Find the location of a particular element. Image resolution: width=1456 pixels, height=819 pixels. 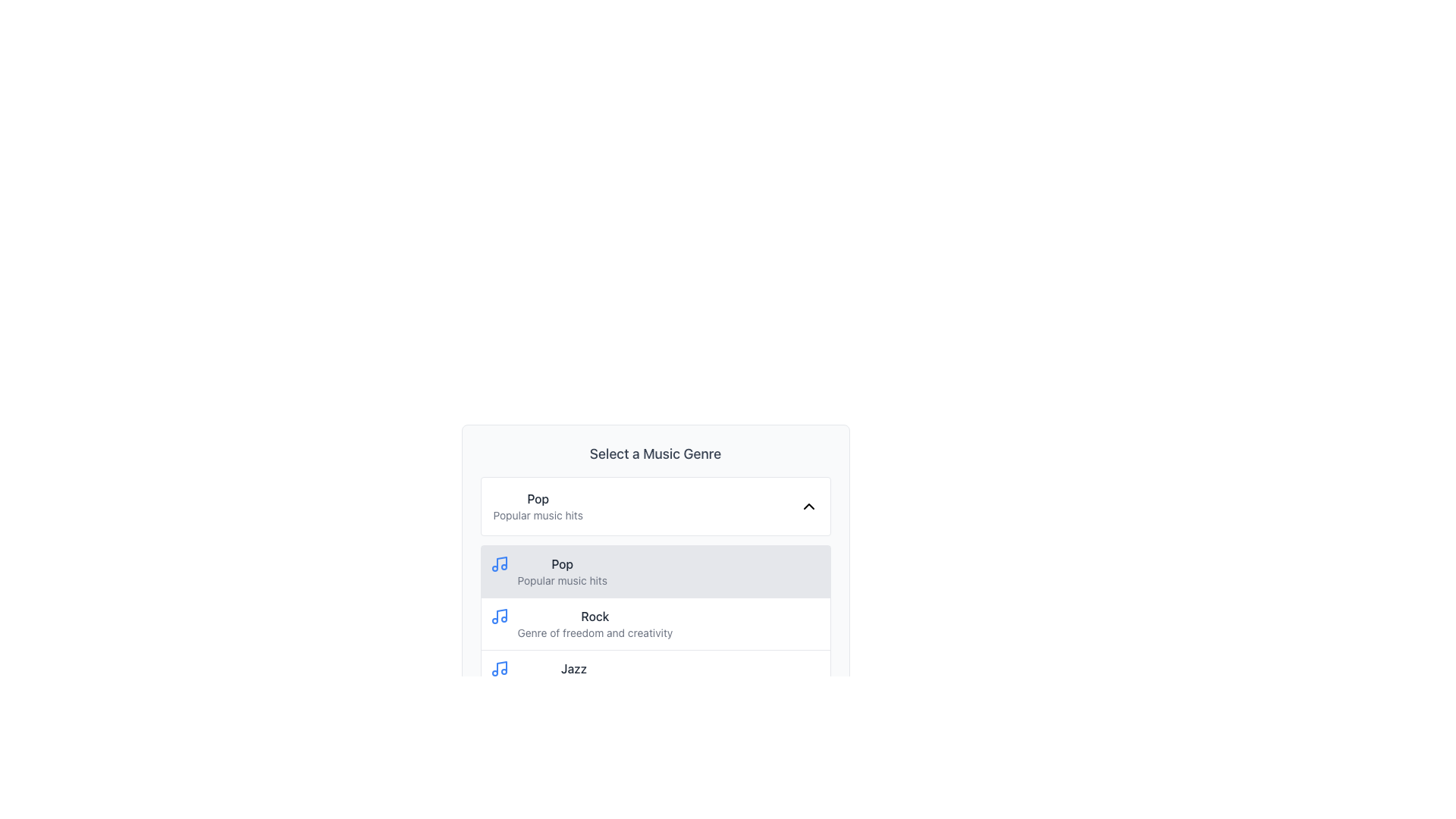

the blue double-note musical icon located to the left of the 'Jazz' text in the list item labeled 'JazzEase into smooth vibes' is located at coordinates (499, 668).